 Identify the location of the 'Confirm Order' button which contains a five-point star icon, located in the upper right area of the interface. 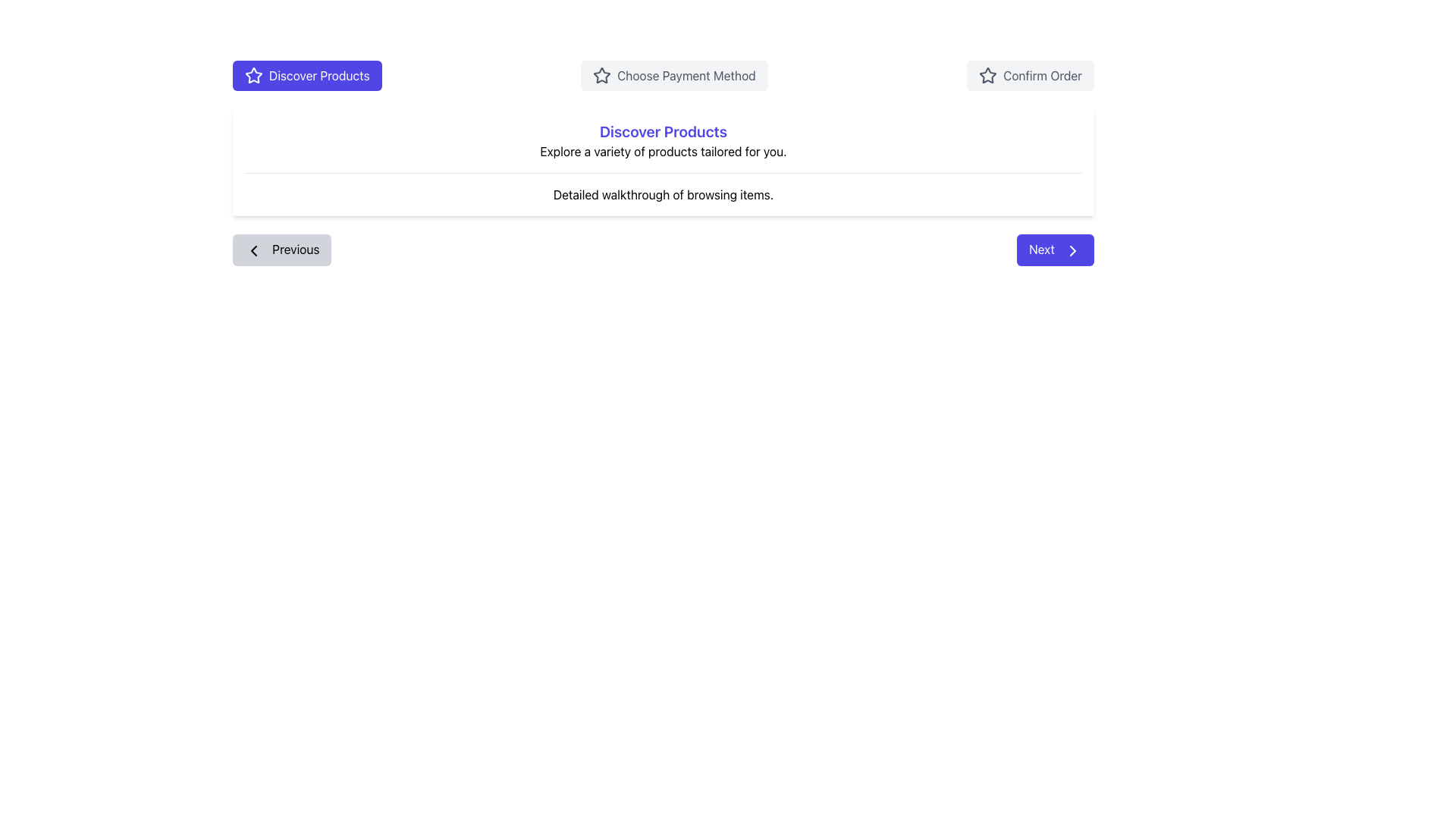
(988, 75).